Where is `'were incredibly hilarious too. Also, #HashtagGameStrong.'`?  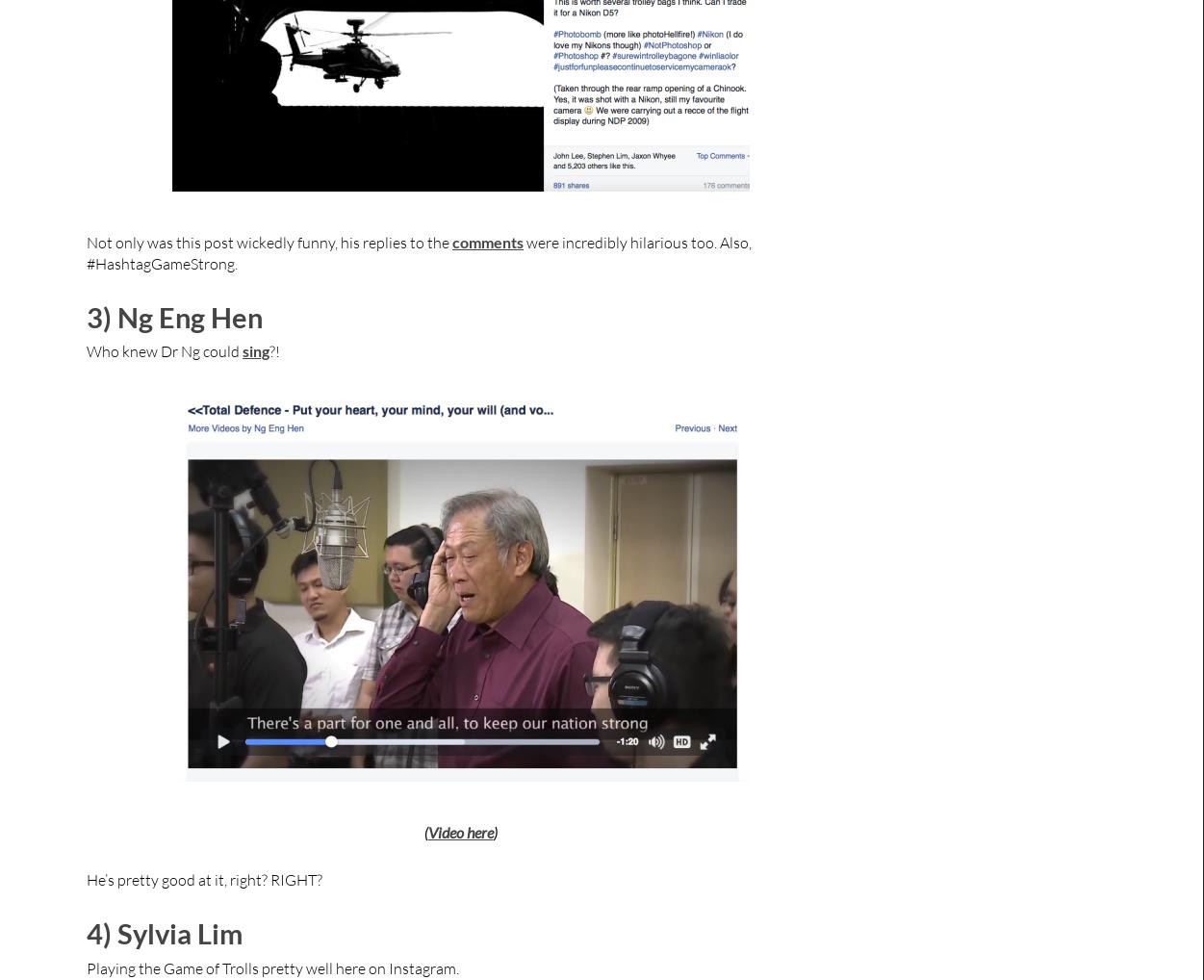
'were incredibly hilarious too. Also, #HashtagGameStrong.' is located at coordinates (419, 252).